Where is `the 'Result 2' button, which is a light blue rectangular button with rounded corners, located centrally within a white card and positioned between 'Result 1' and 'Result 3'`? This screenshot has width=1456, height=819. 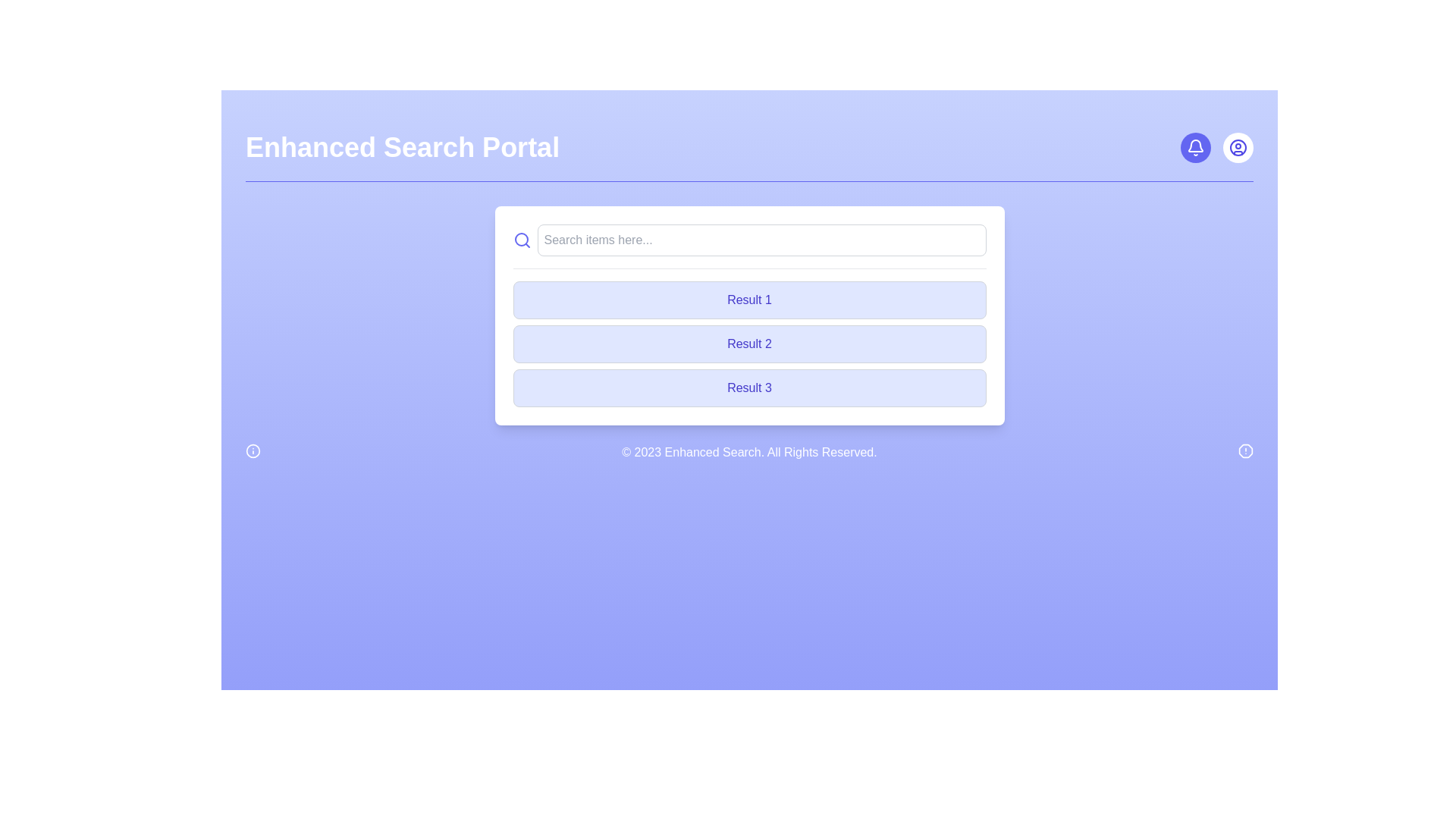
the 'Result 2' button, which is a light blue rectangular button with rounded corners, located centrally within a white card and positioned between 'Result 1' and 'Result 3' is located at coordinates (749, 344).